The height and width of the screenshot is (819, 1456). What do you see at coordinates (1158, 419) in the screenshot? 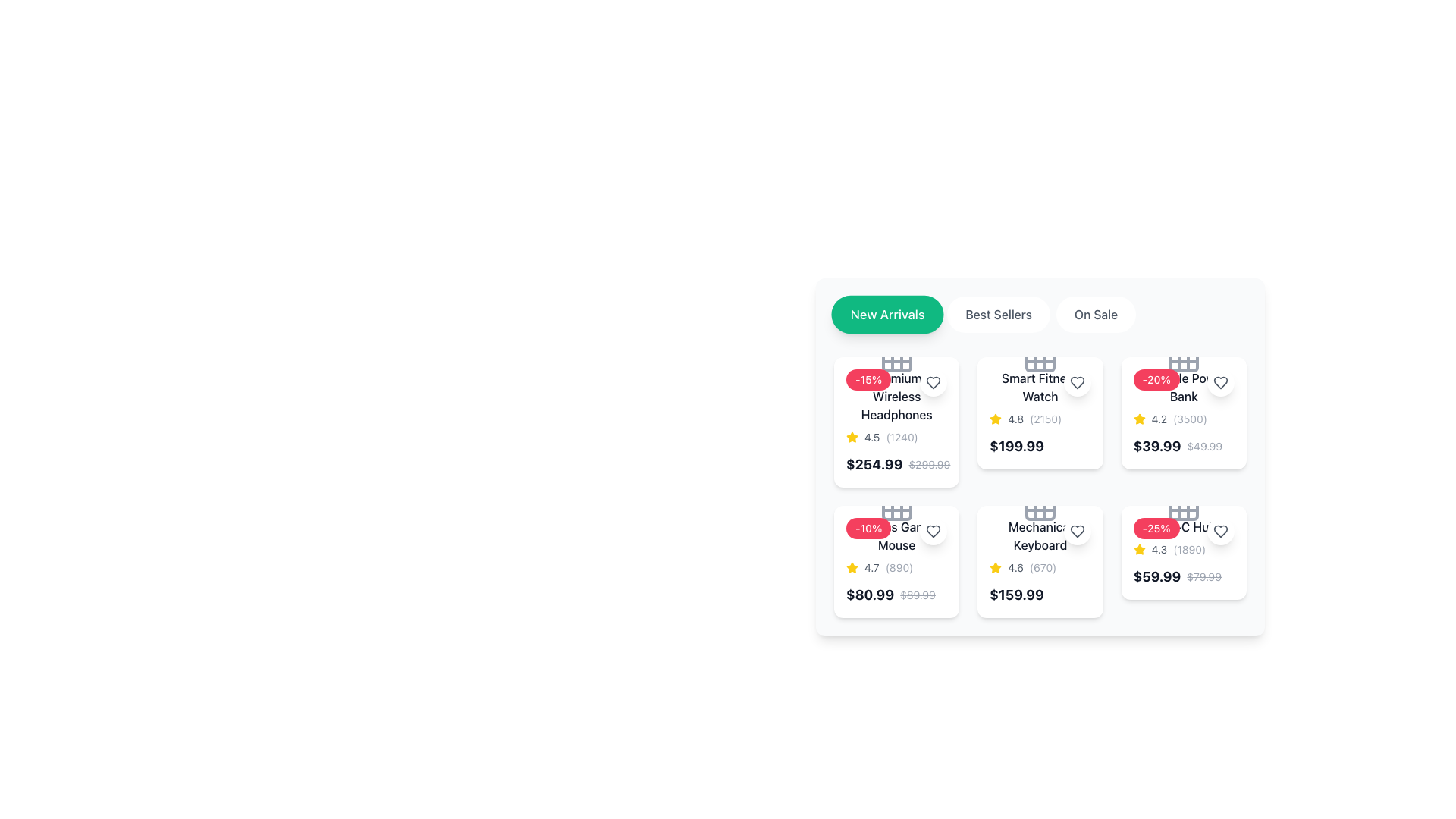
I see `the average rating text component that indicates the product's quality, positioned between a golden star icon and the numerical text '(3500).'` at bounding box center [1158, 419].